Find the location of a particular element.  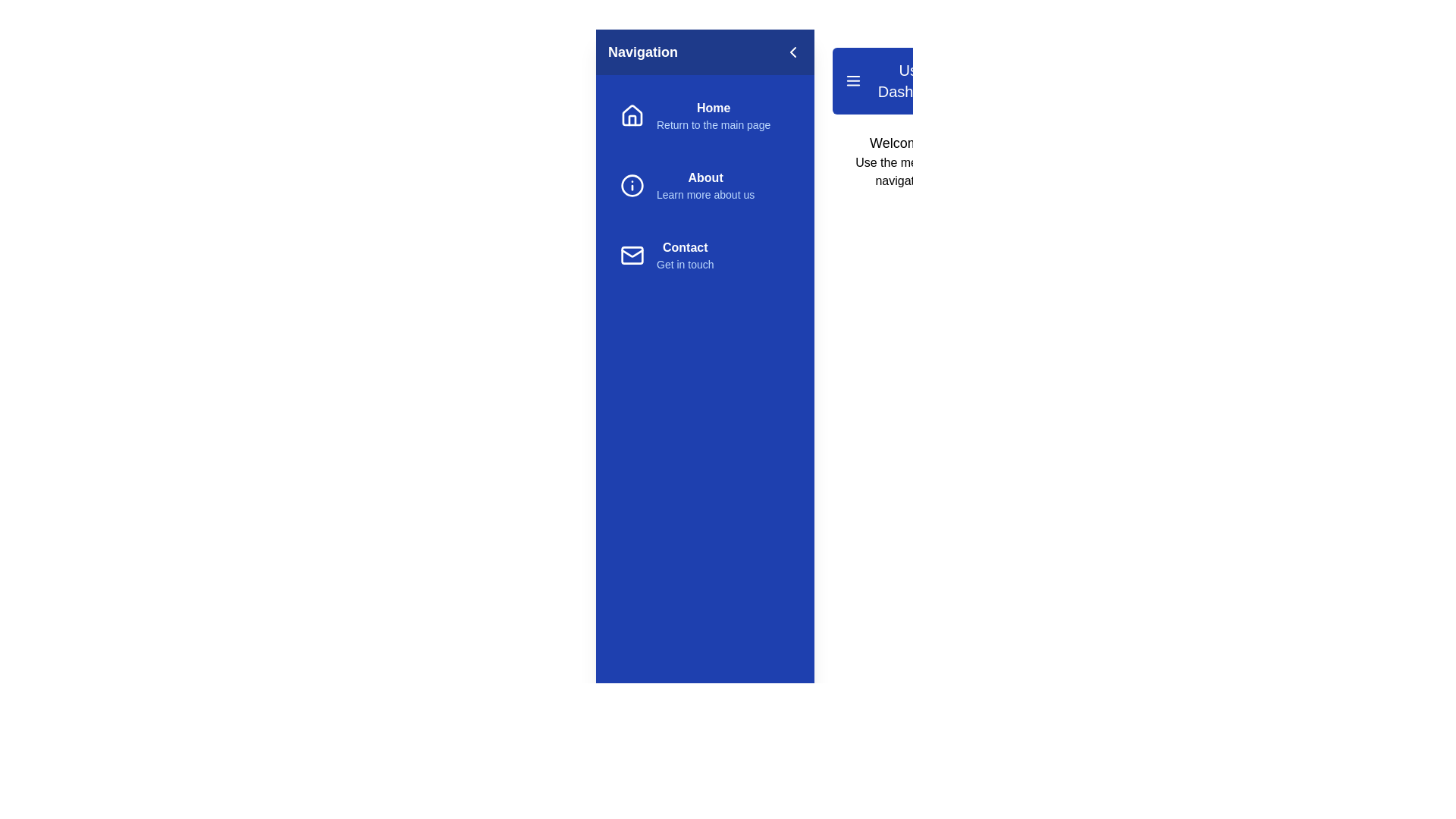

the menu item Contact to see its visual feedback is located at coordinates (704, 254).